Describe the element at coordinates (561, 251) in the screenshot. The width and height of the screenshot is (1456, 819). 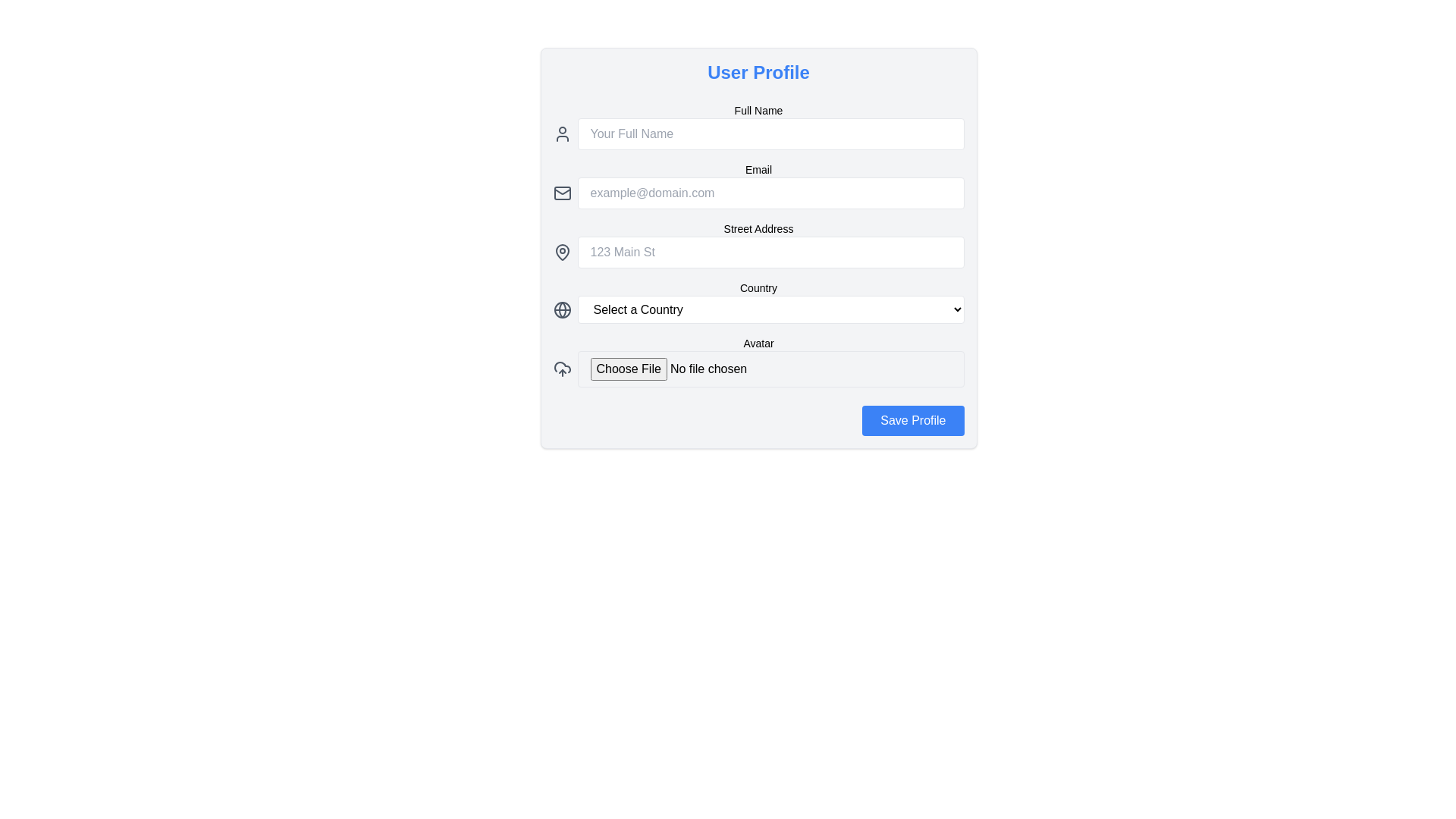
I see `the gray map pin icon located to the left of the 'Street Address' input field, aligned vertically to its center` at that location.